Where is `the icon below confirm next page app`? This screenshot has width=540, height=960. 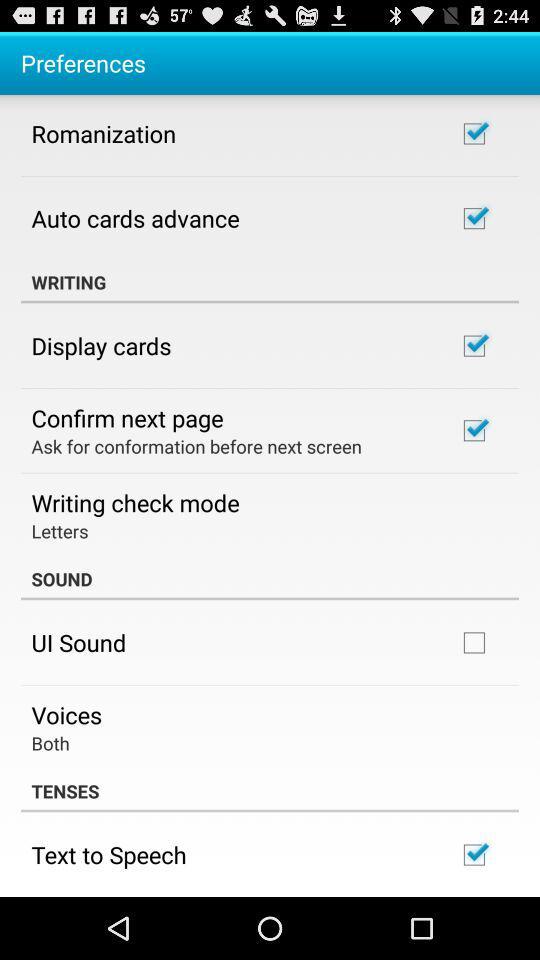 the icon below confirm next page app is located at coordinates (196, 446).